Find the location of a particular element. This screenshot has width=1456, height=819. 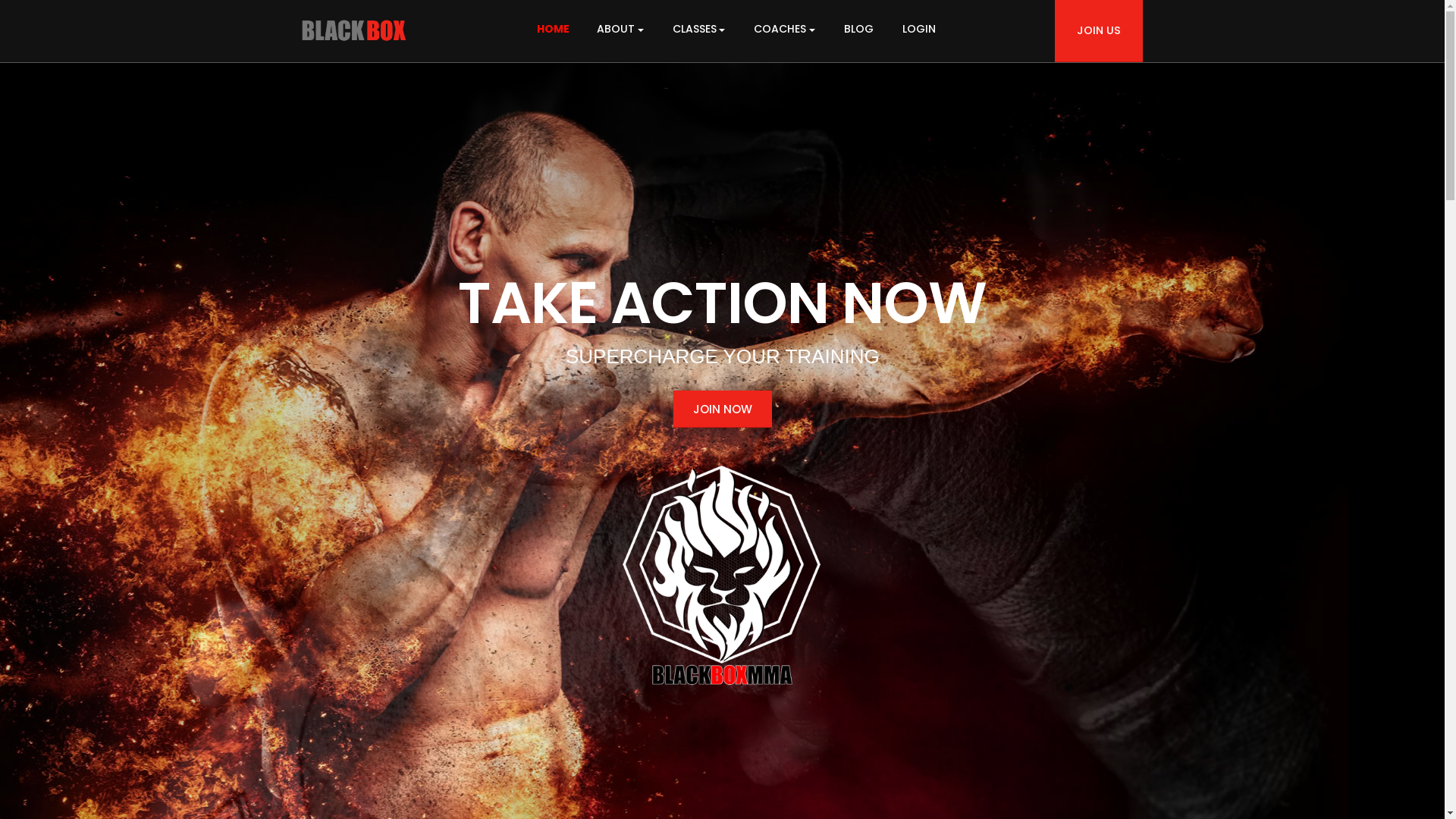

'JOIN NOW' is located at coordinates (722, 408).